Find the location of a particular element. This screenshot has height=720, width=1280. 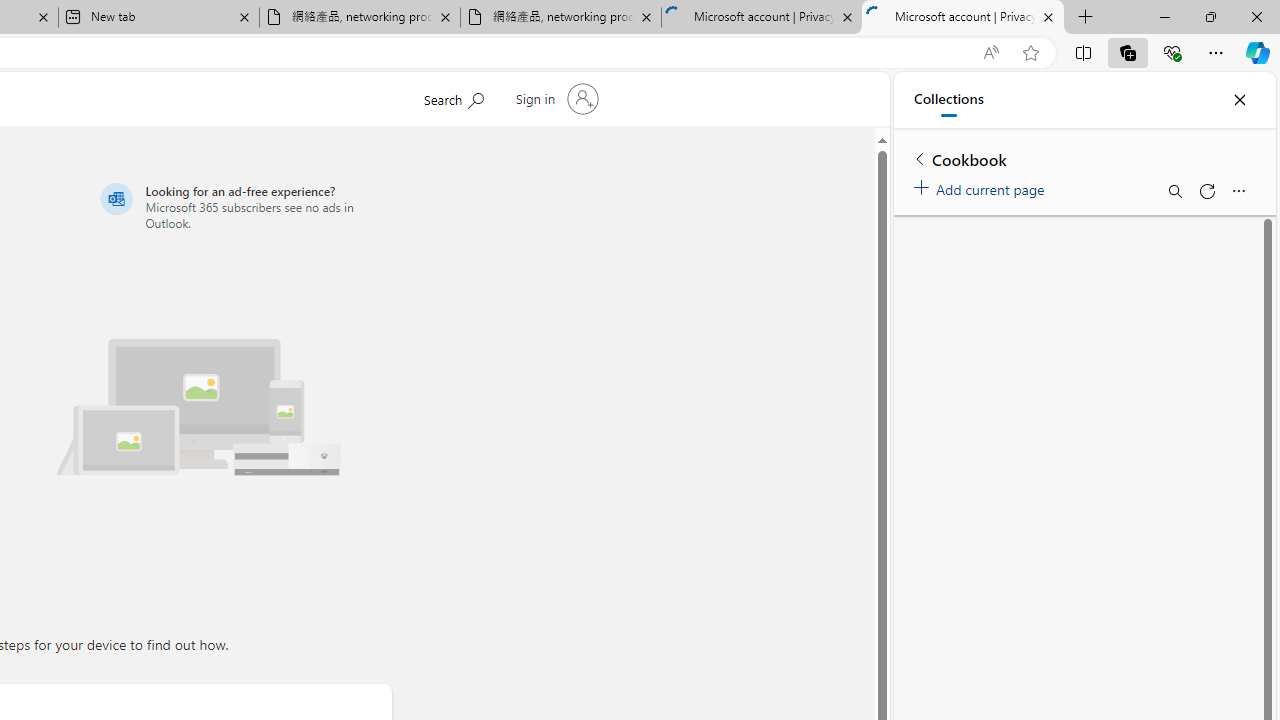

'Back to list of collections' is located at coordinates (919, 158).